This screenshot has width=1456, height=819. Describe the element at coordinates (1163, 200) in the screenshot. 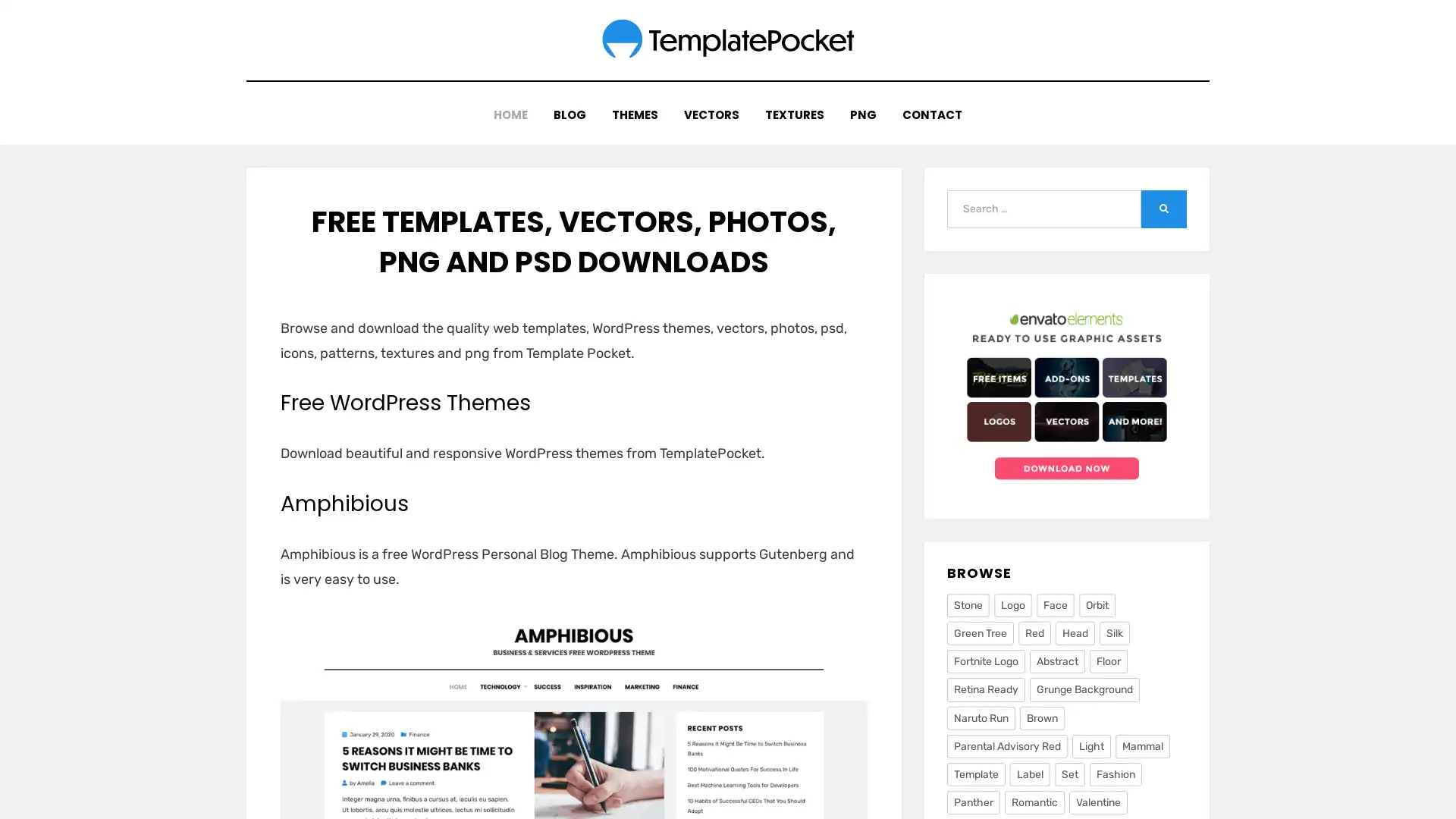

I see `SEARCH` at that location.